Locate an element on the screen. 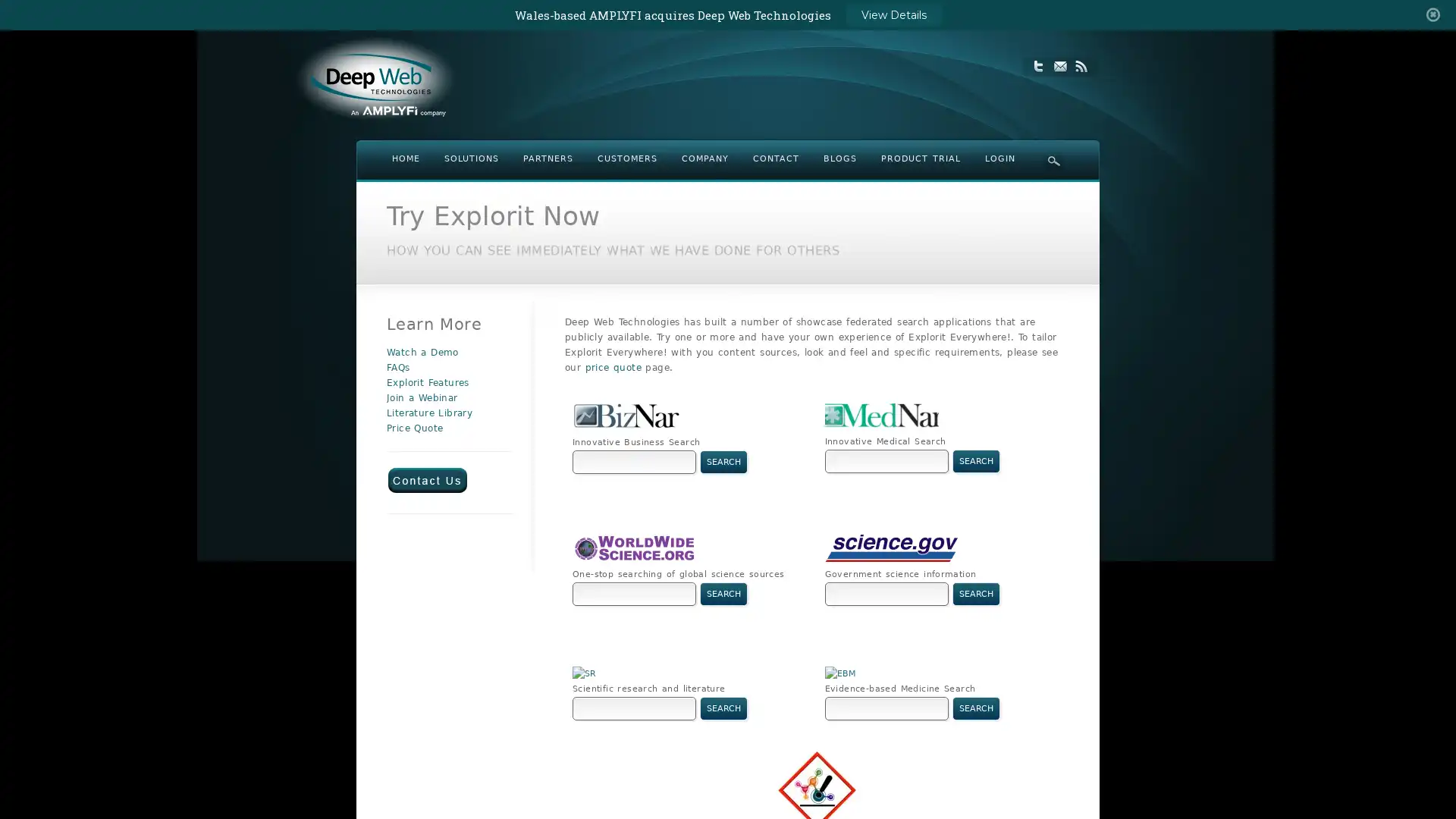 This screenshot has width=1456, height=819. Search is located at coordinates (975, 592).